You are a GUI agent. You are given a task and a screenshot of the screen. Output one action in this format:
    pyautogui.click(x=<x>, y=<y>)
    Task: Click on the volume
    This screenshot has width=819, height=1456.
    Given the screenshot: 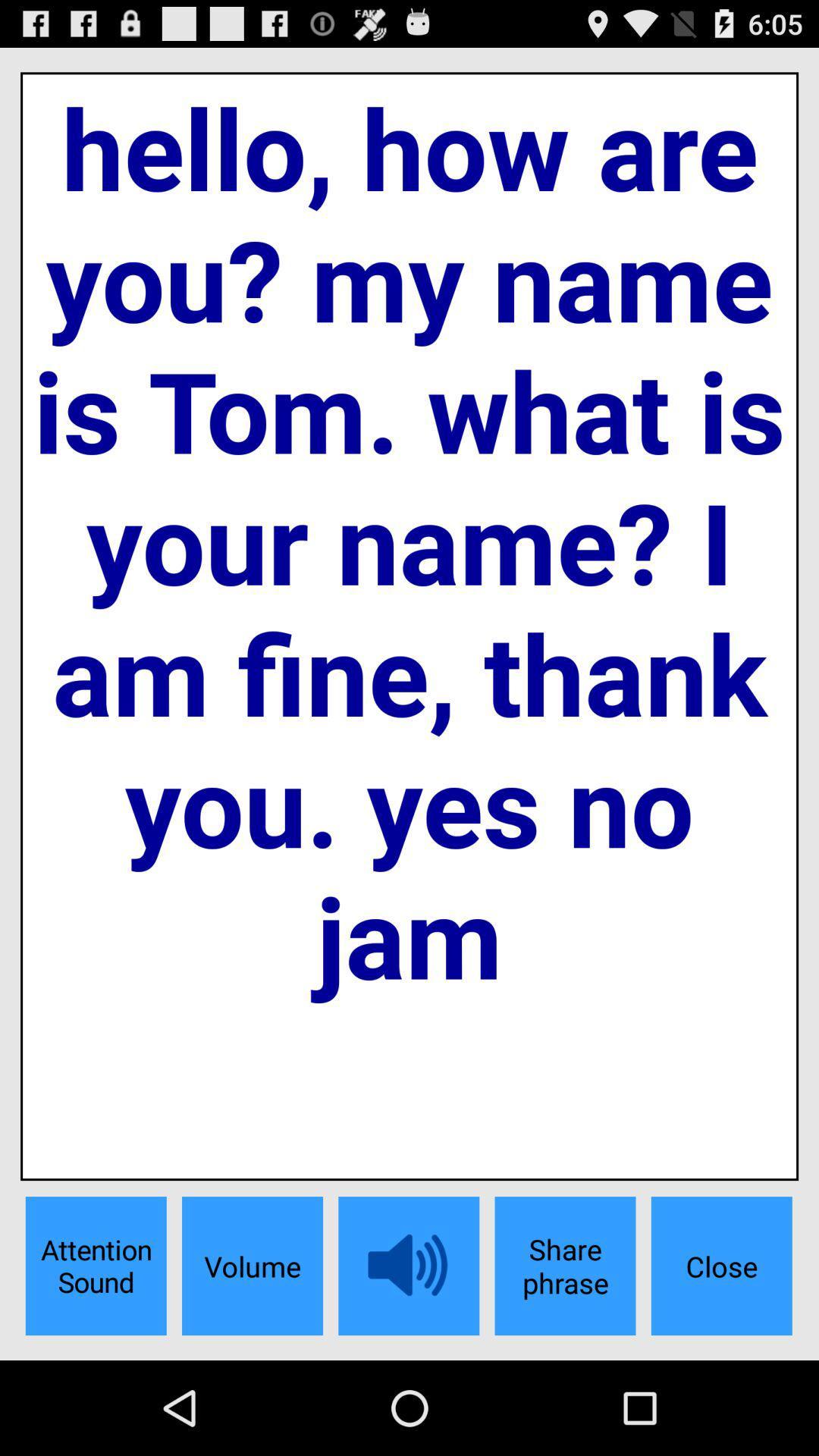 What is the action you would take?
    pyautogui.click(x=251, y=1266)
    